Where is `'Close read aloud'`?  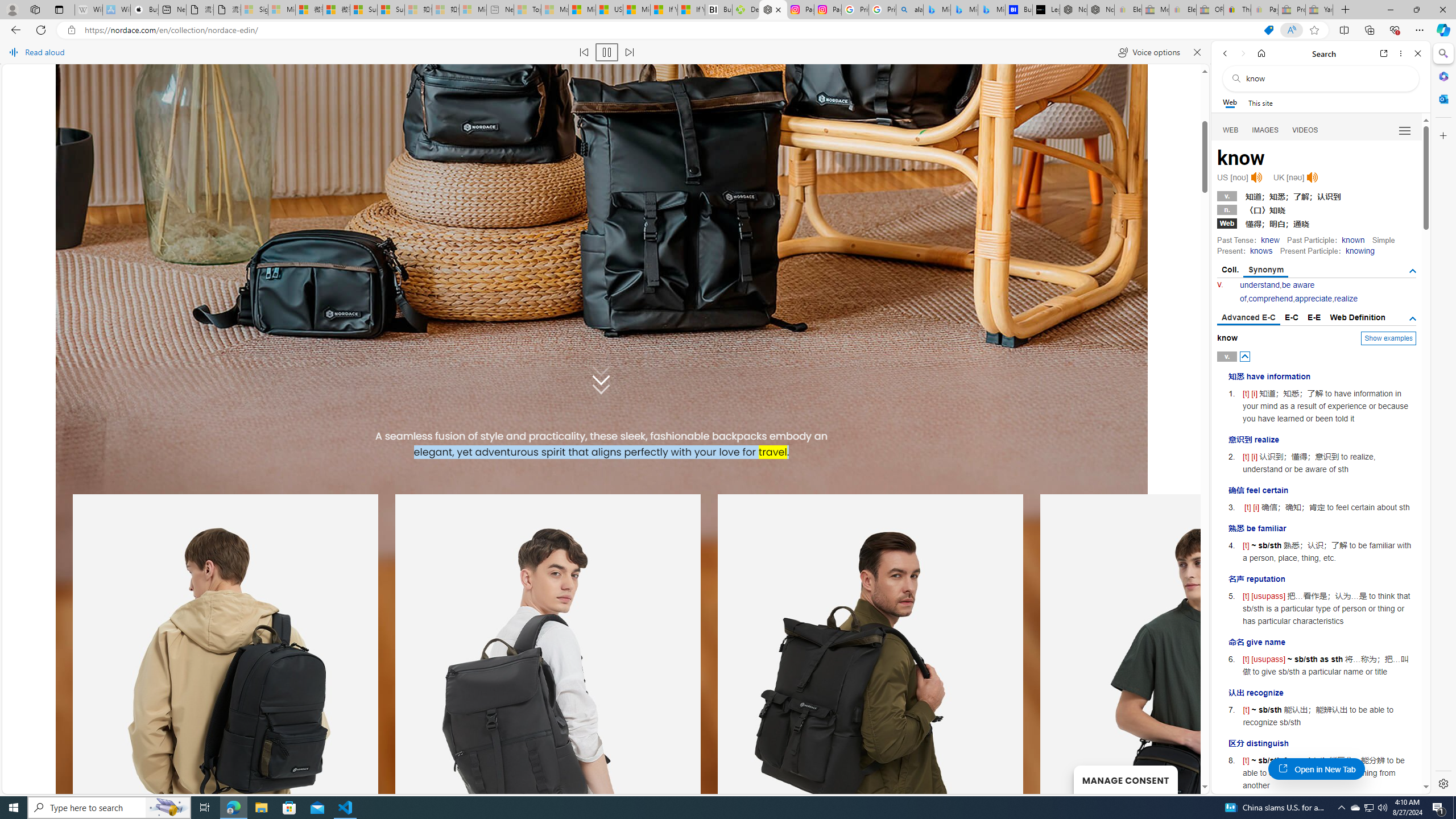
'Close read aloud' is located at coordinates (1196, 52).